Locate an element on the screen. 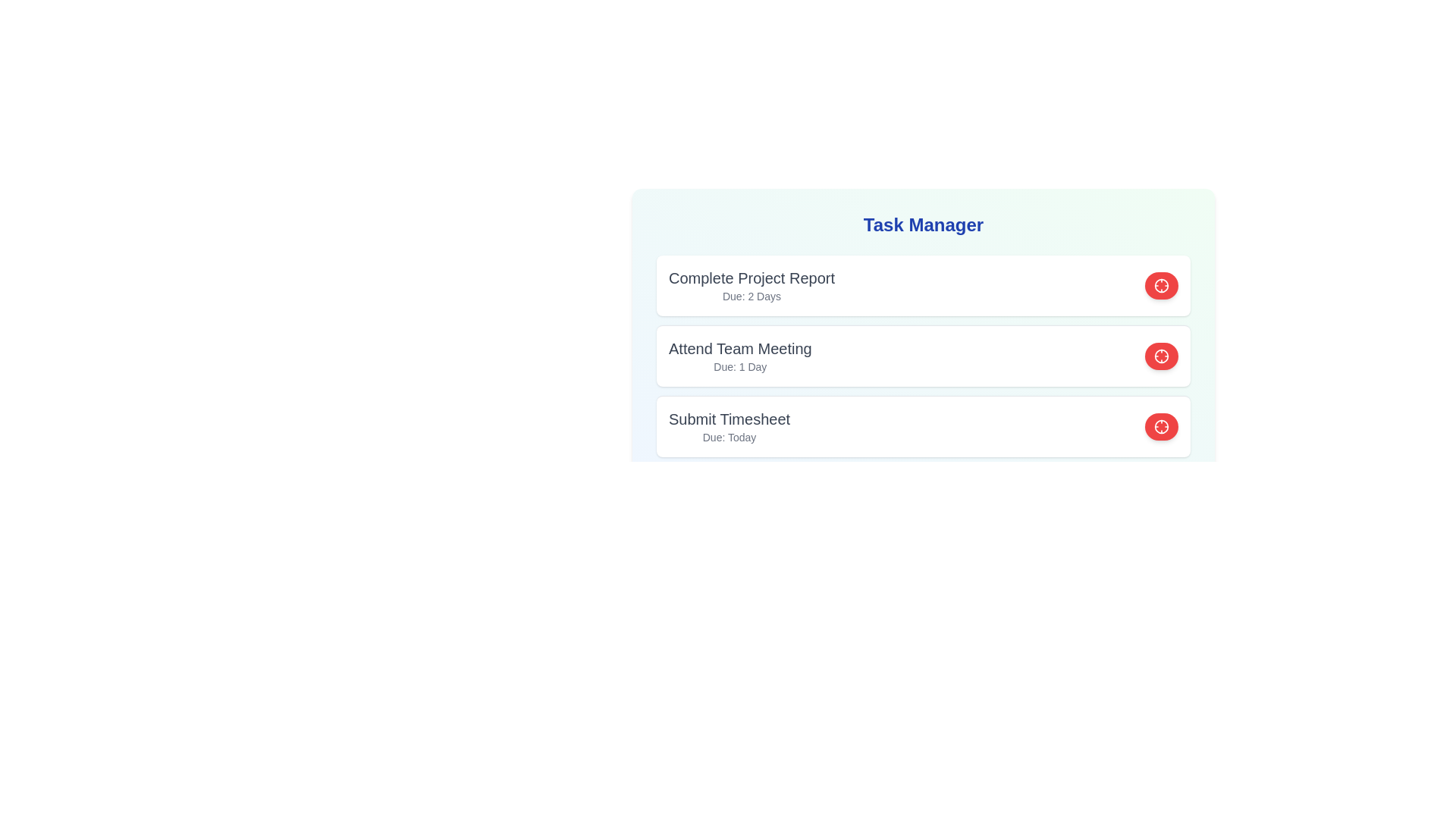 The image size is (1456, 819). the title text label in the Task Manager section is located at coordinates (740, 348).